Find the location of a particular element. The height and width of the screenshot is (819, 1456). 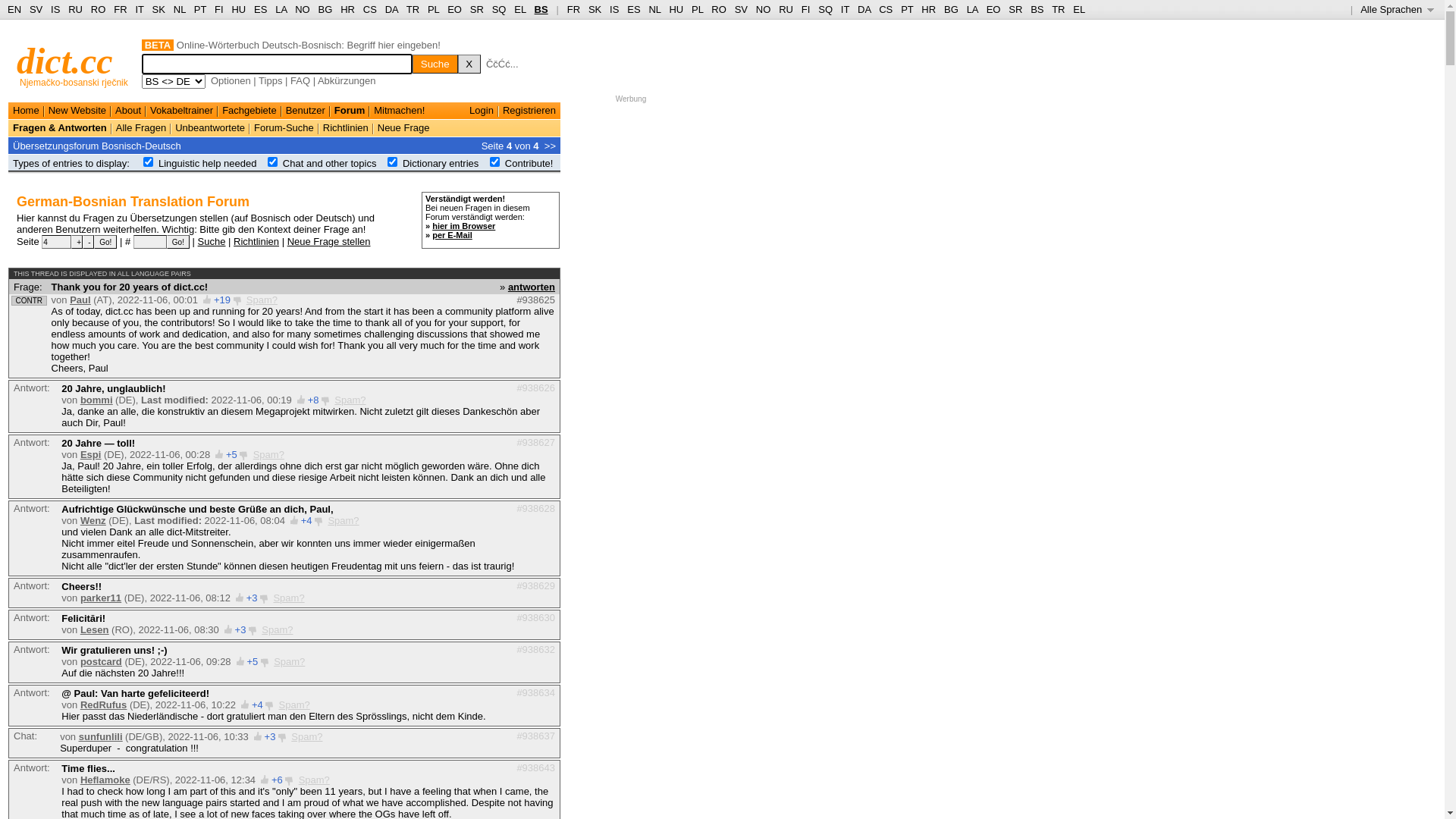

'NL' is located at coordinates (179, 9).